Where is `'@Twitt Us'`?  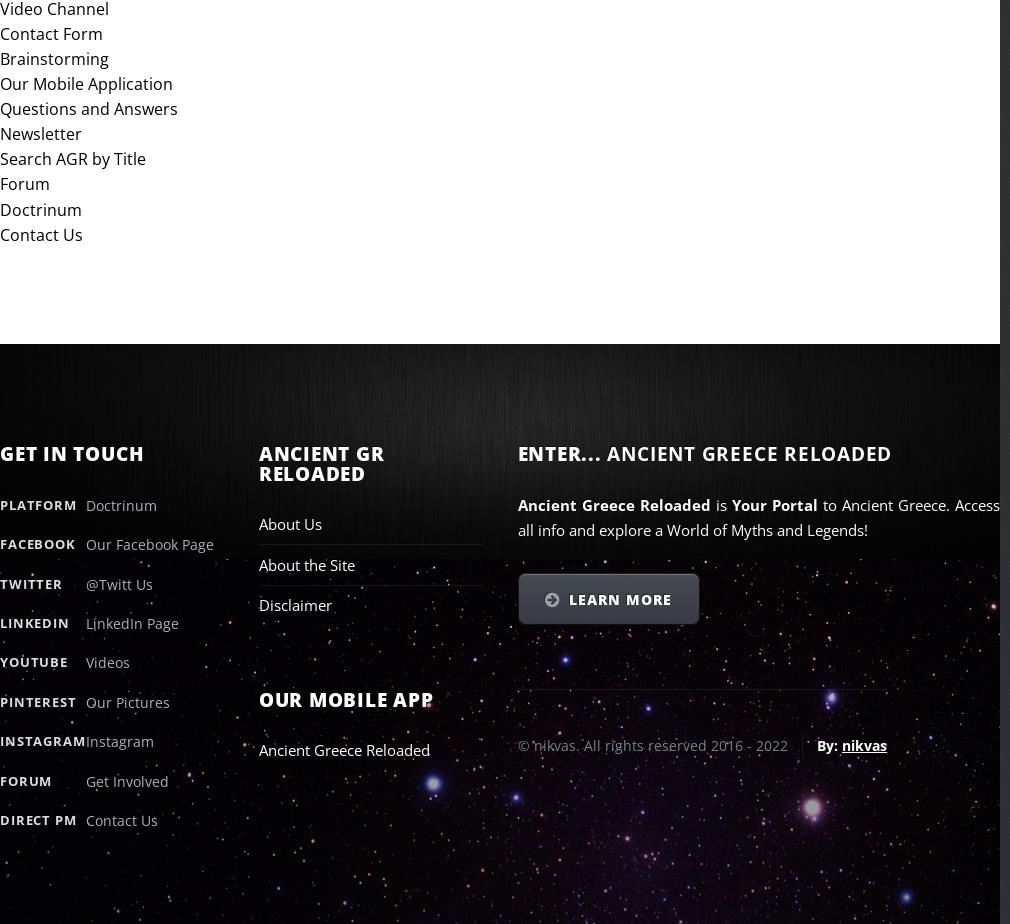
'@Twitt Us' is located at coordinates (84, 583).